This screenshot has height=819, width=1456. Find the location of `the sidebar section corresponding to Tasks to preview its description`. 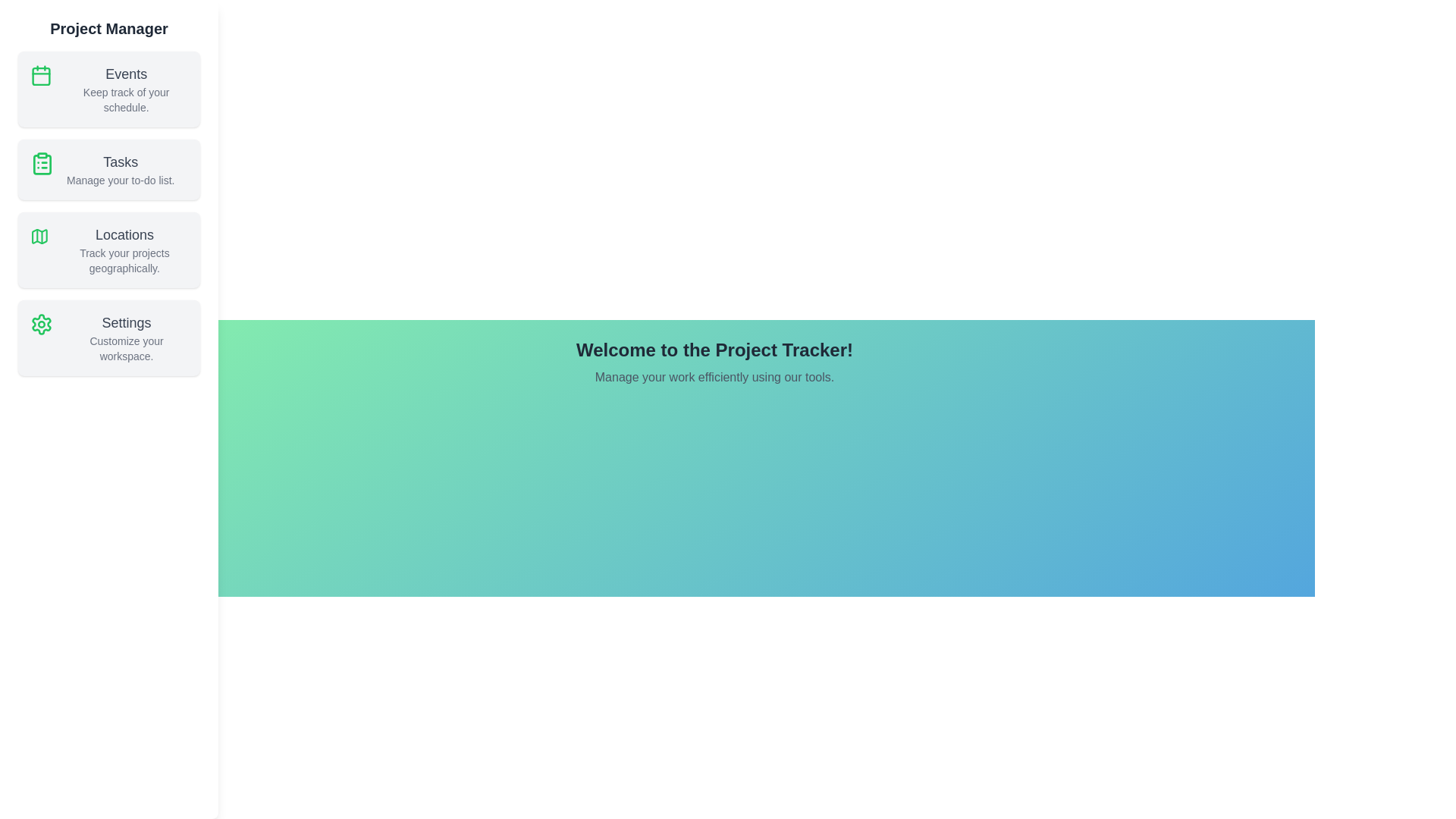

the sidebar section corresponding to Tasks to preview its description is located at coordinates (108, 169).